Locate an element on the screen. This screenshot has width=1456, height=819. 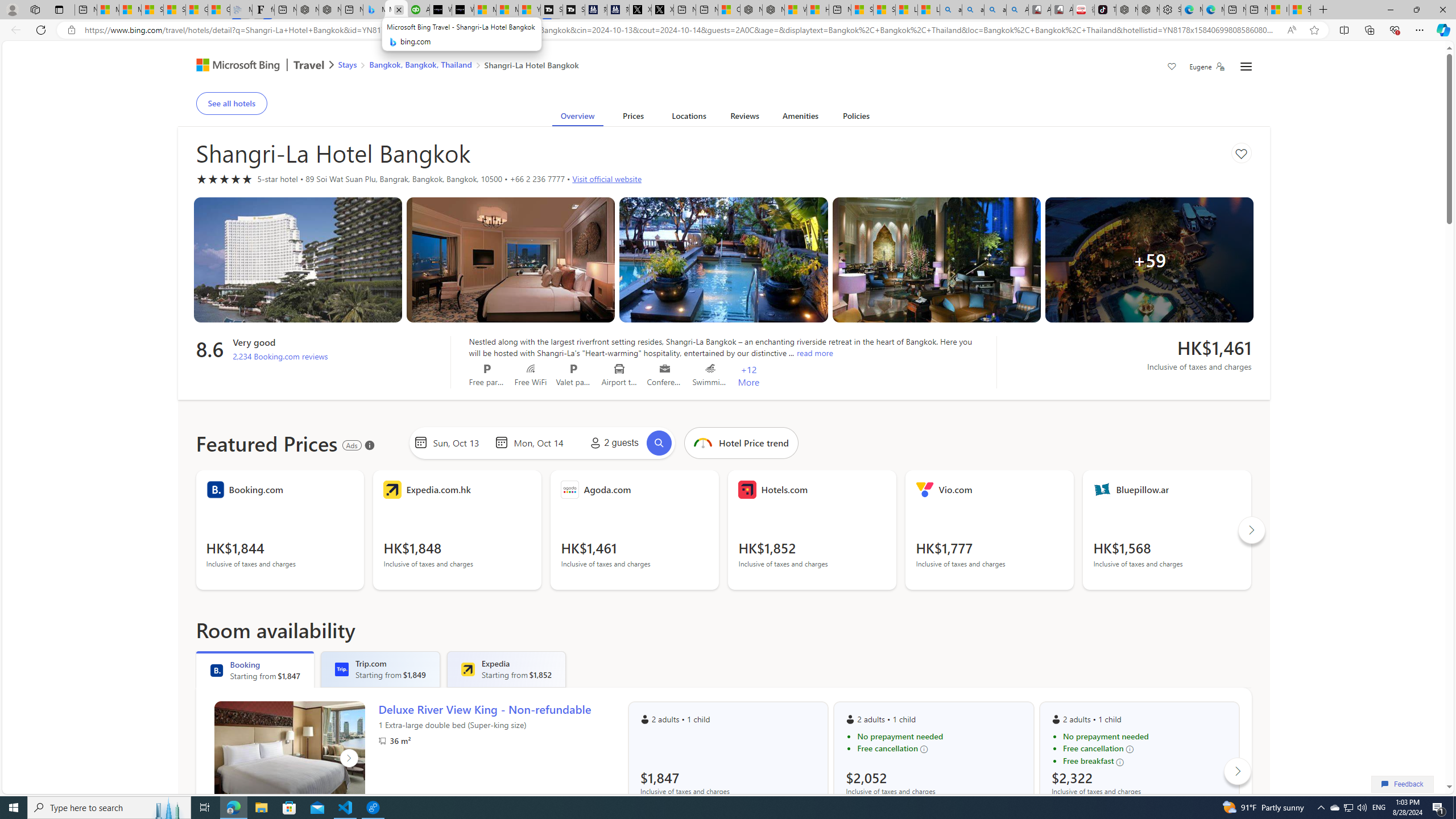
'All Cubot phones' is located at coordinates (1061, 9).